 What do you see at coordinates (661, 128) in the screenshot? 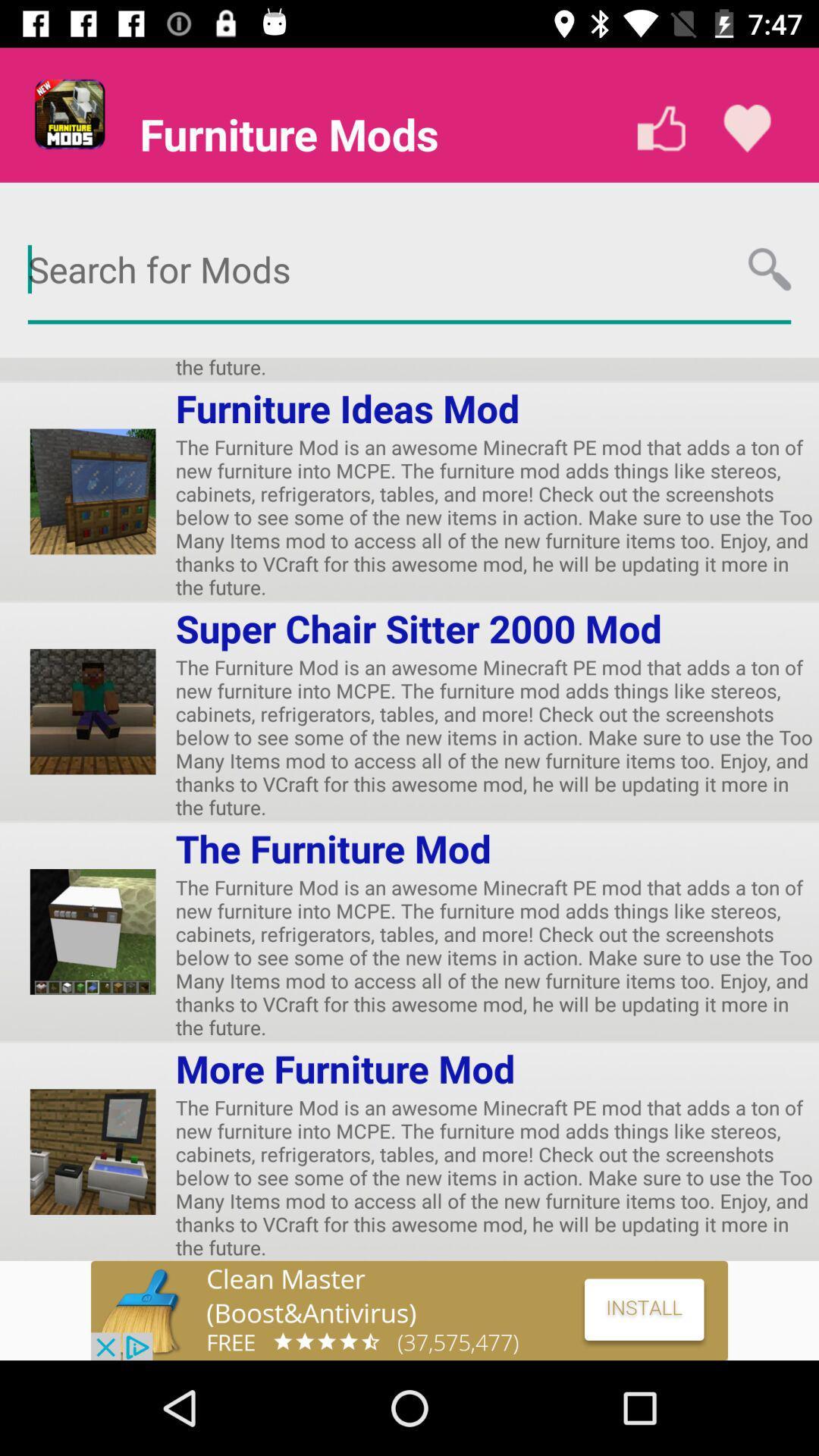
I see `like` at bounding box center [661, 128].